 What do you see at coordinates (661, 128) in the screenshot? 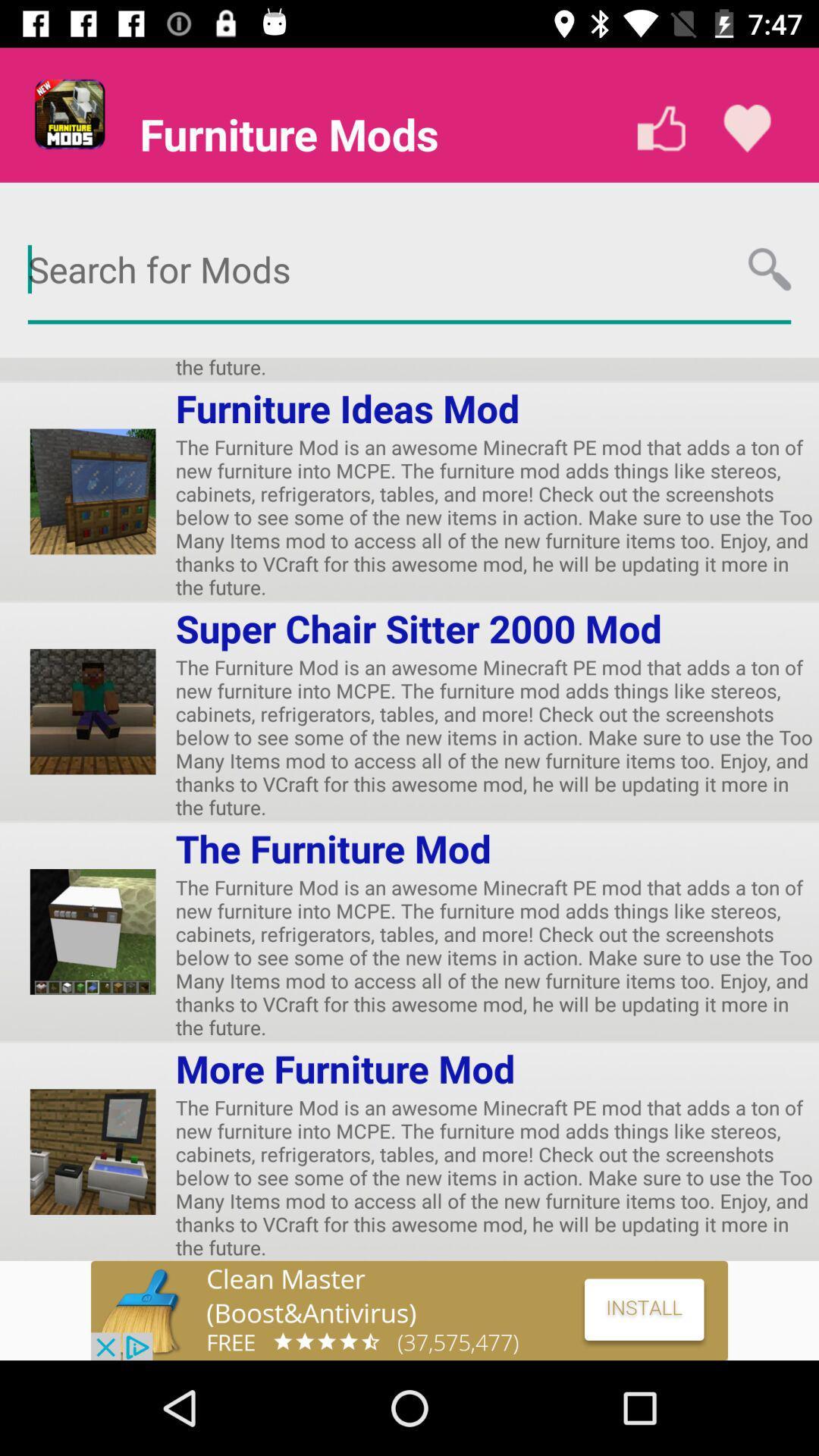
I see `like` at bounding box center [661, 128].